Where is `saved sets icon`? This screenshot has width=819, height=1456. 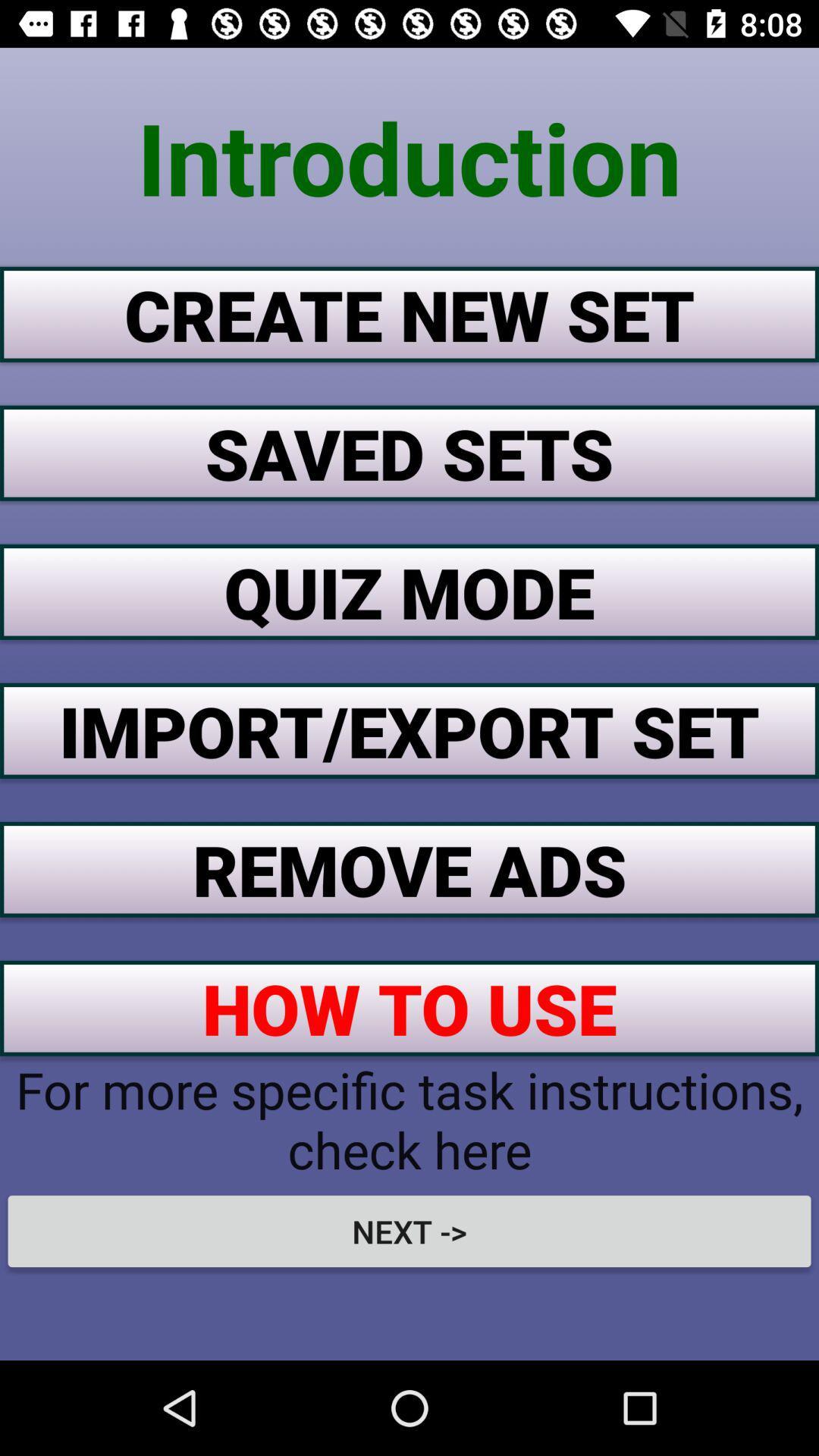
saved sets icon is located at coordinates (409, 452).